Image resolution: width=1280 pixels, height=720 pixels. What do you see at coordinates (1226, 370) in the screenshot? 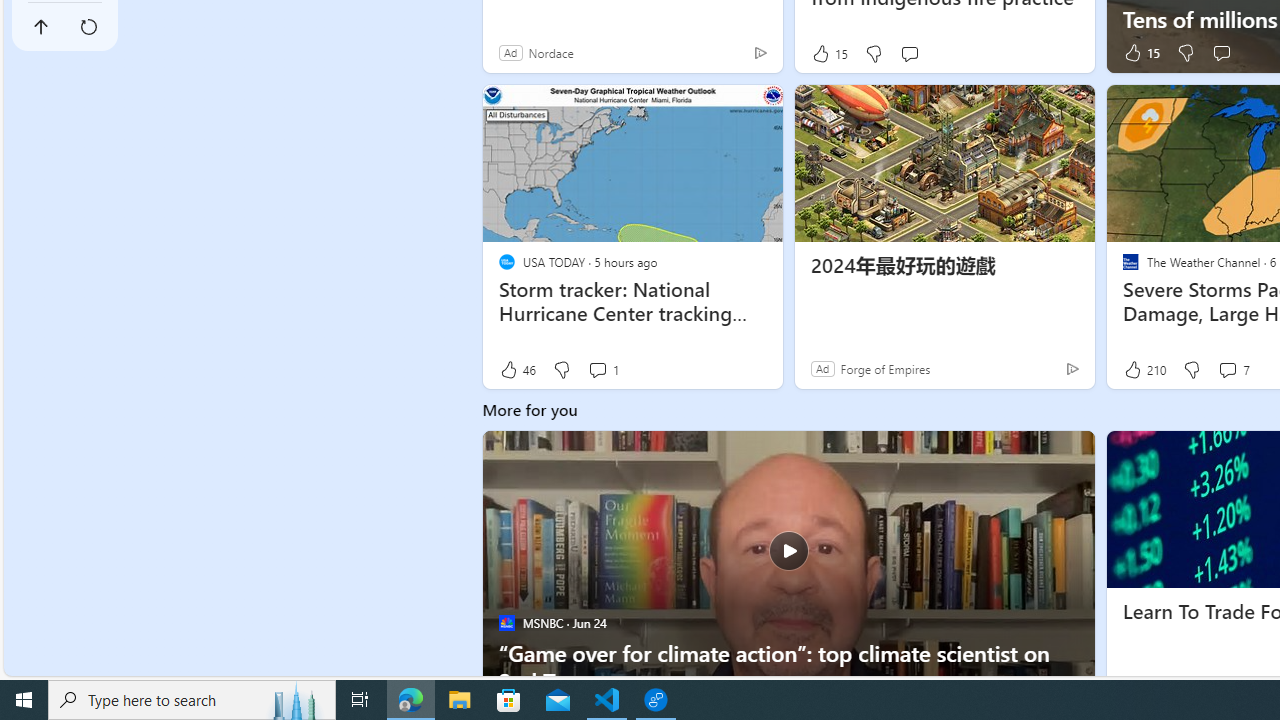
I see `'View comments 7 Comment'` at bounding box center [1226, 370].